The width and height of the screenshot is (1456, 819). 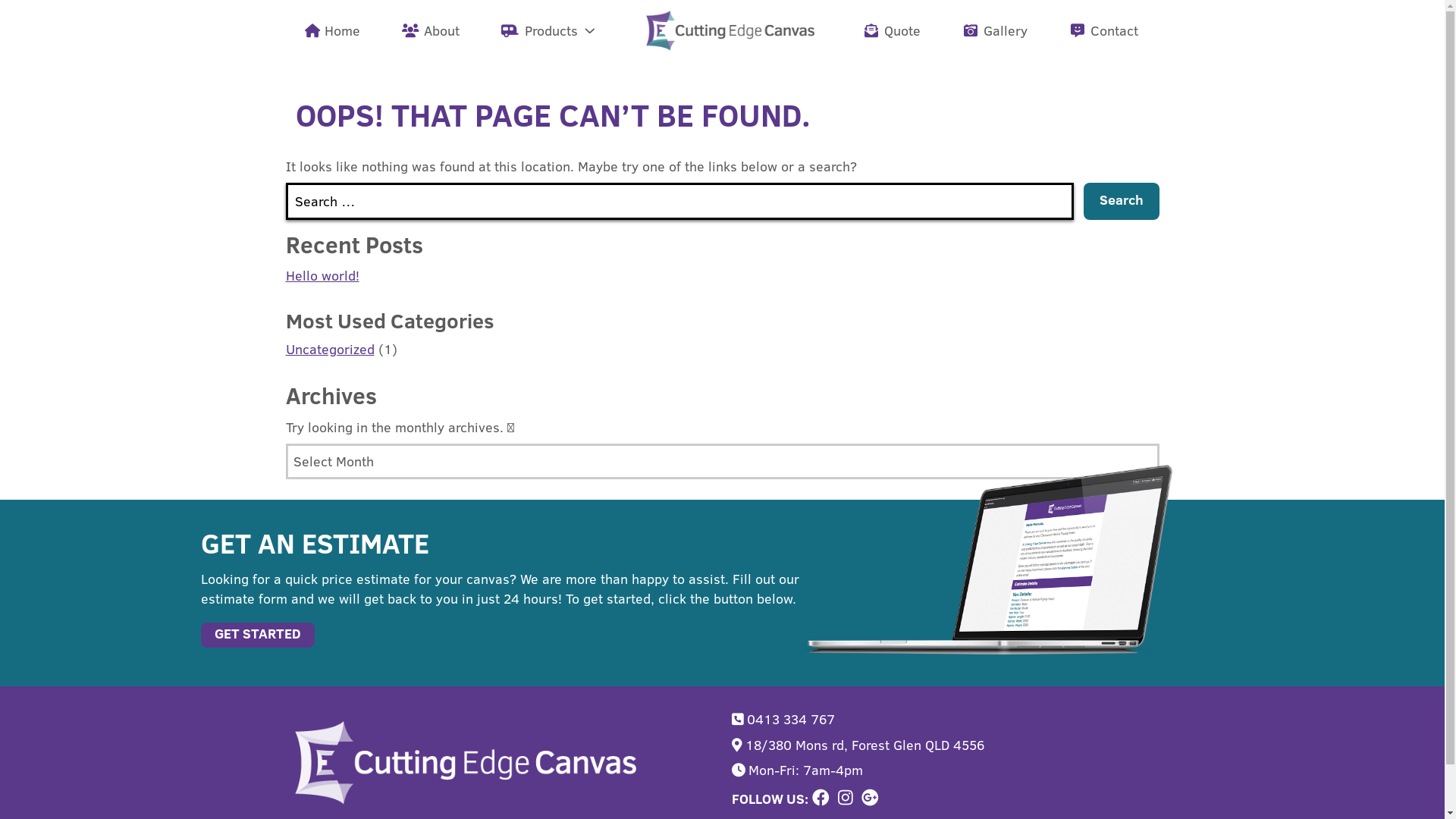 What do you see at coordinates (431, 30) in the screenshot?
I see `'About'` at bounding box center [431, 30].